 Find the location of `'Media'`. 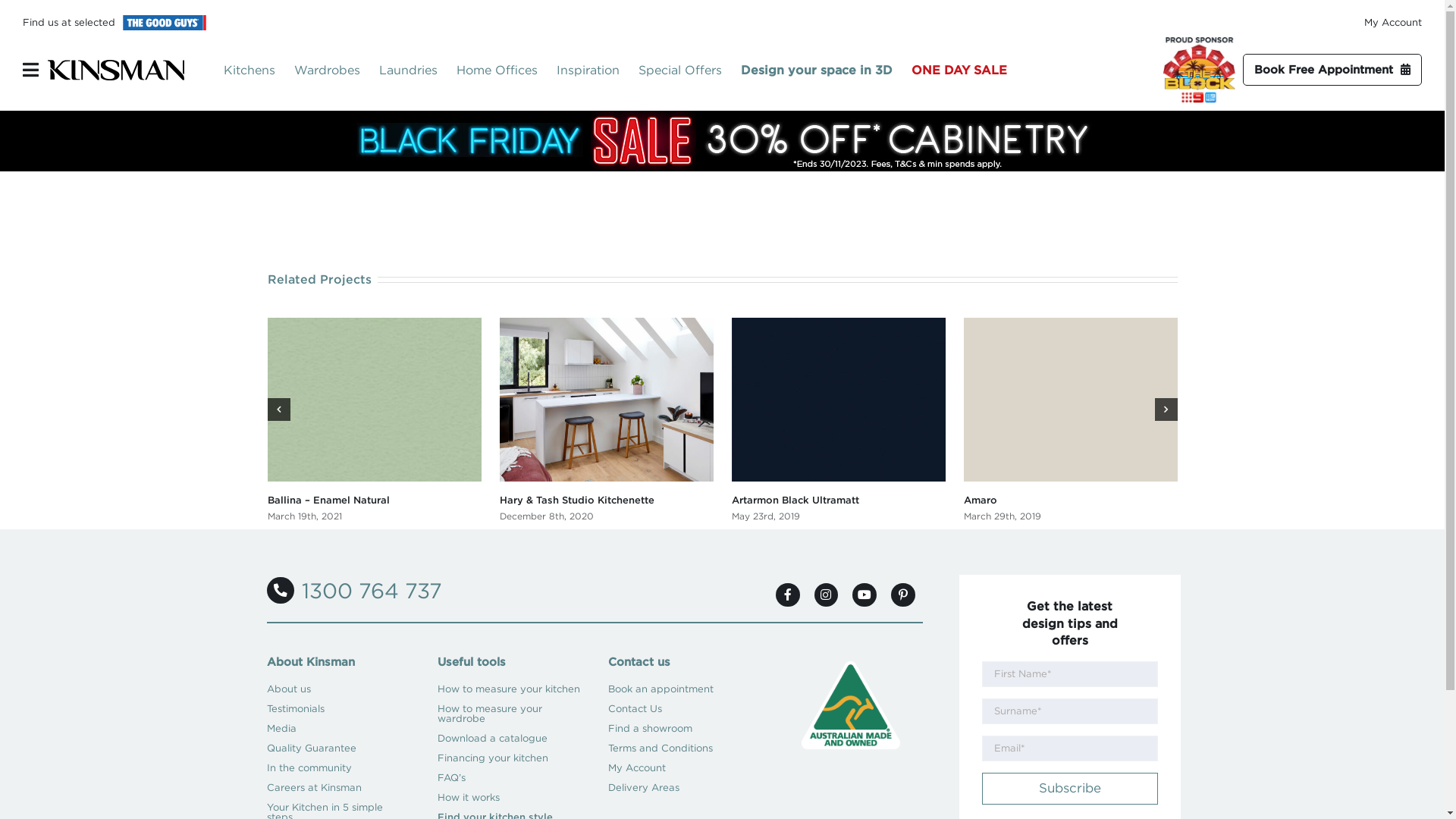

'Media' is located at coordinates (337, 727).